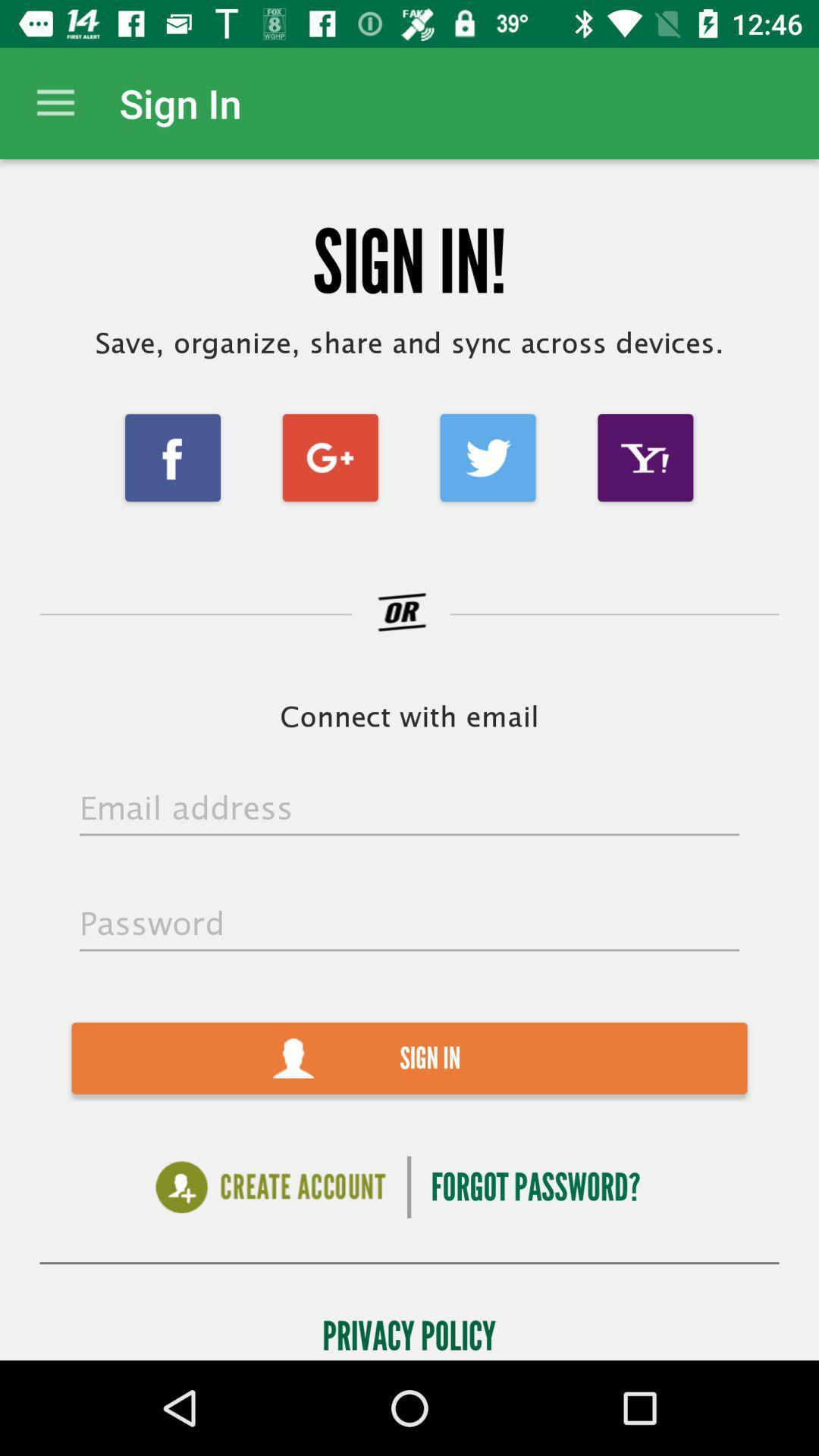  What do you see at coordinates (171, 457) in the screenshot?
I see `item below save organize share item` at bounding box center [171, 457].